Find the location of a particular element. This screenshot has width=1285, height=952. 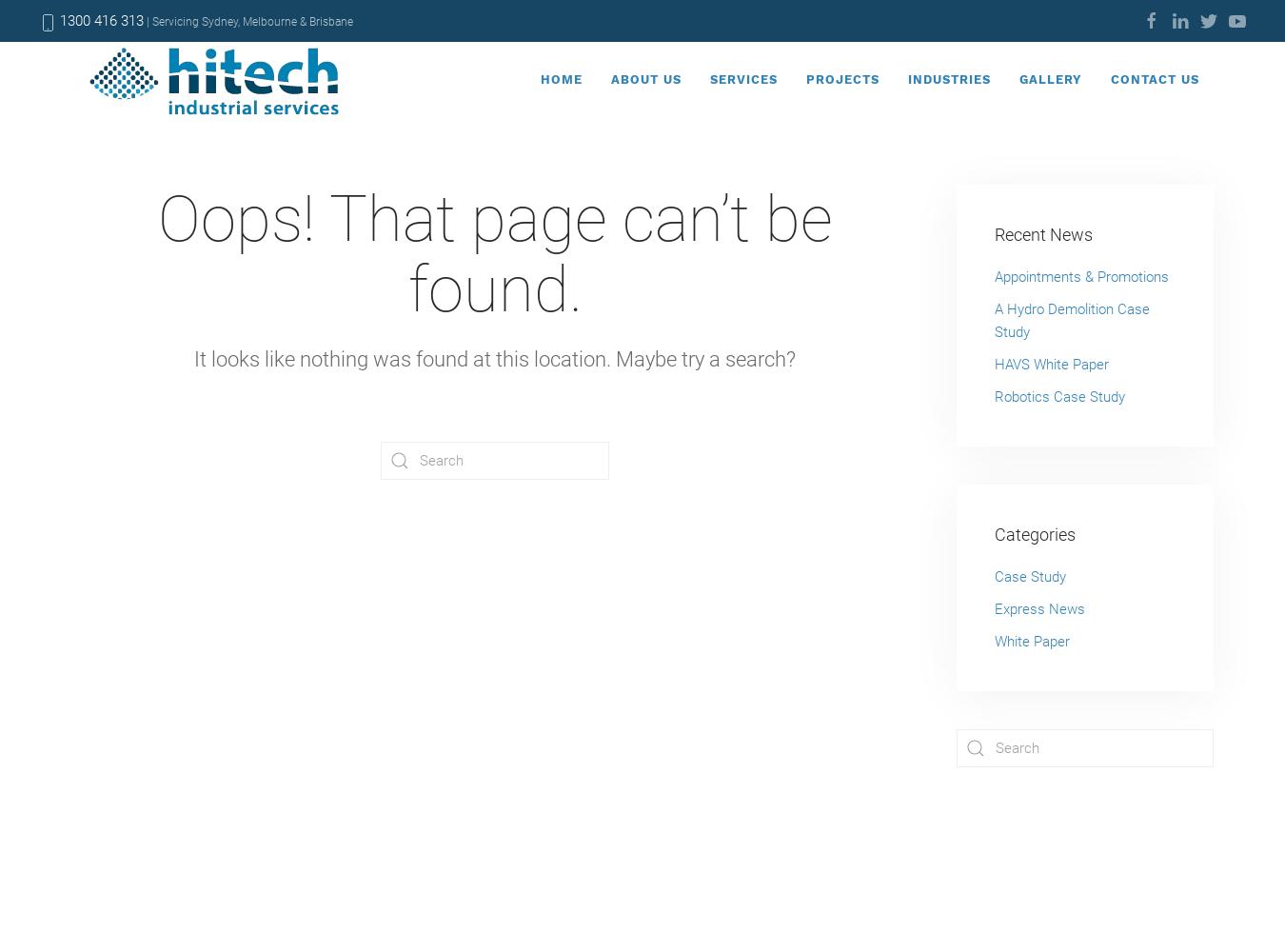

'Case Study' is located at coordinates (1030, 576).